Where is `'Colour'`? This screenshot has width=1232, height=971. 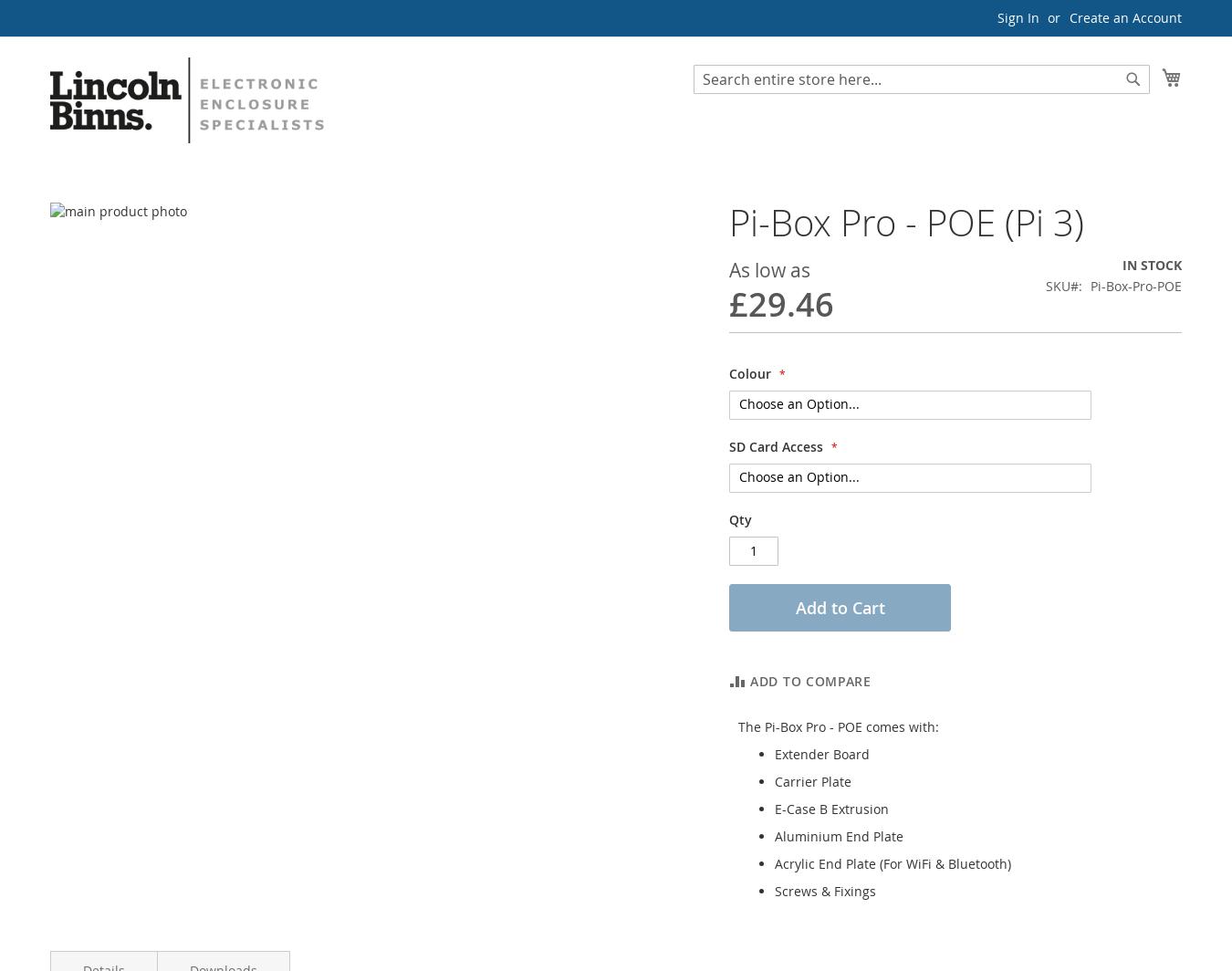
'Colour' is located at coordinates (750, 372).